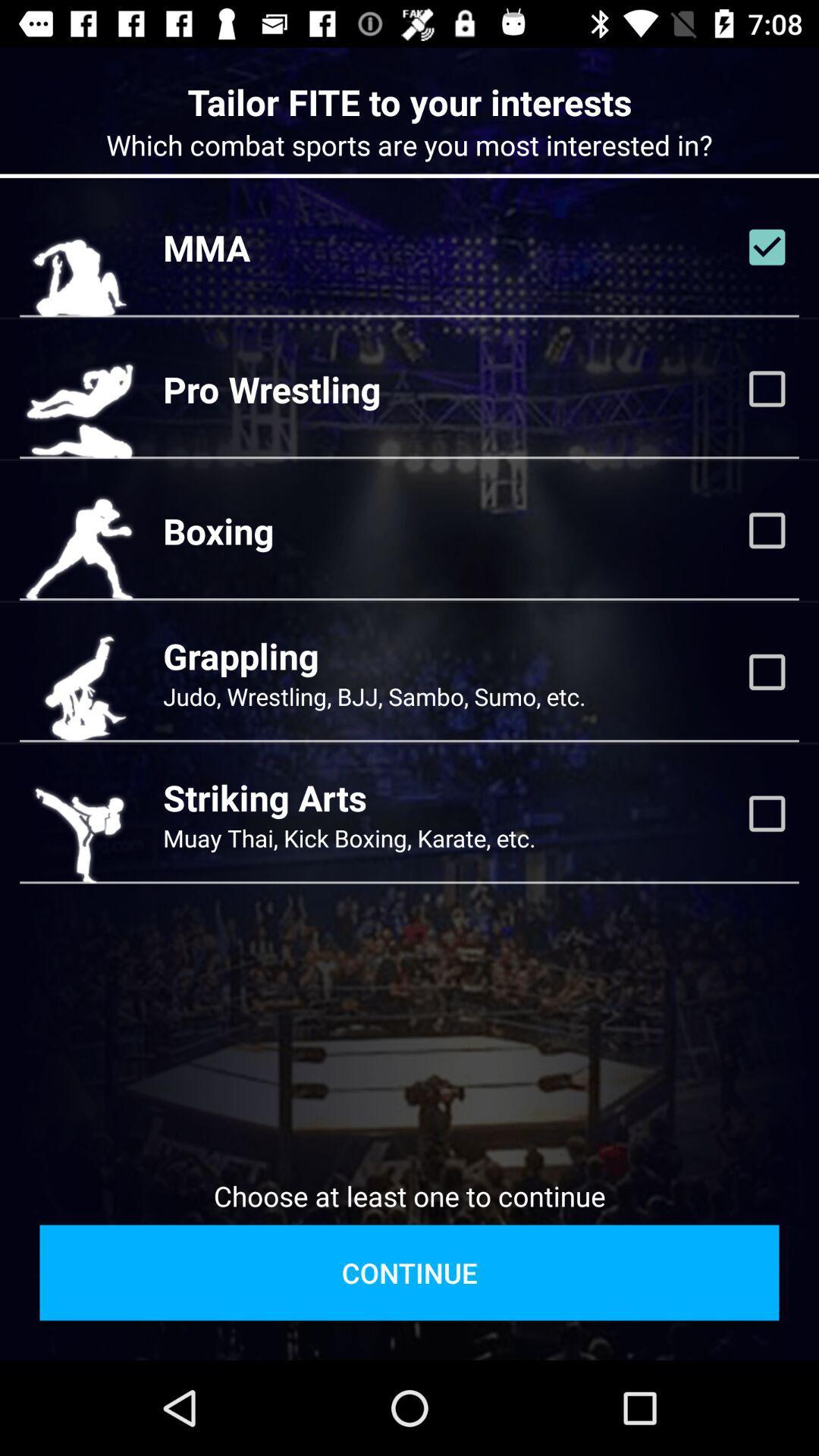 This screenshot has width=819, height=1456. Describe the element at coordinates (349, 837) in the screenshot. I see `the muay thai kick item` at that location.